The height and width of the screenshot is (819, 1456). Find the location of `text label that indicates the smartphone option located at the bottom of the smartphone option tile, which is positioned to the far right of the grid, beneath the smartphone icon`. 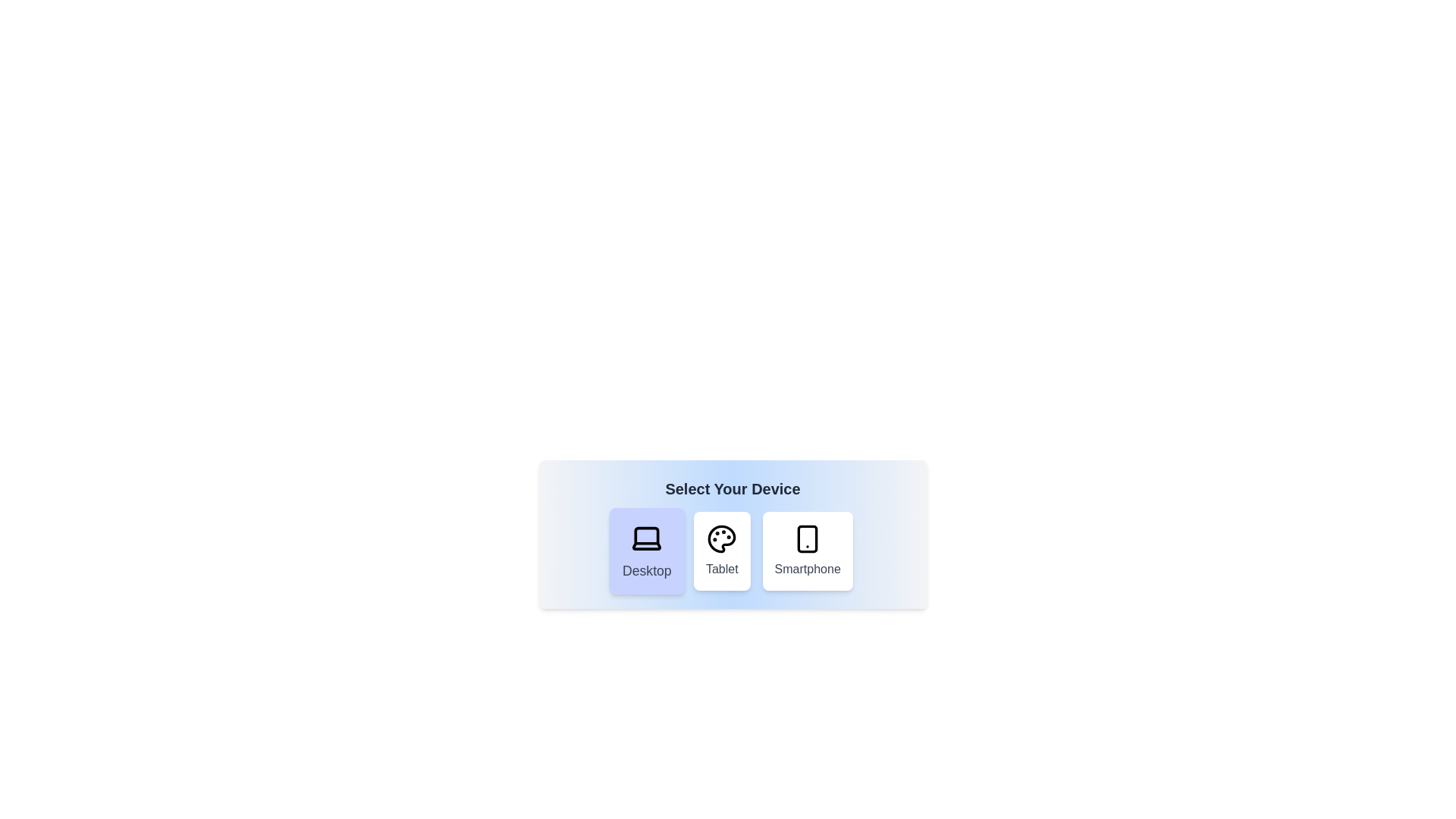

text label that indicates the smartphone option located at the bottom of the smartphone option tile, which is positioned to the far right of the grid, beneath the smartphone icon is located at coordinates (807, 570).